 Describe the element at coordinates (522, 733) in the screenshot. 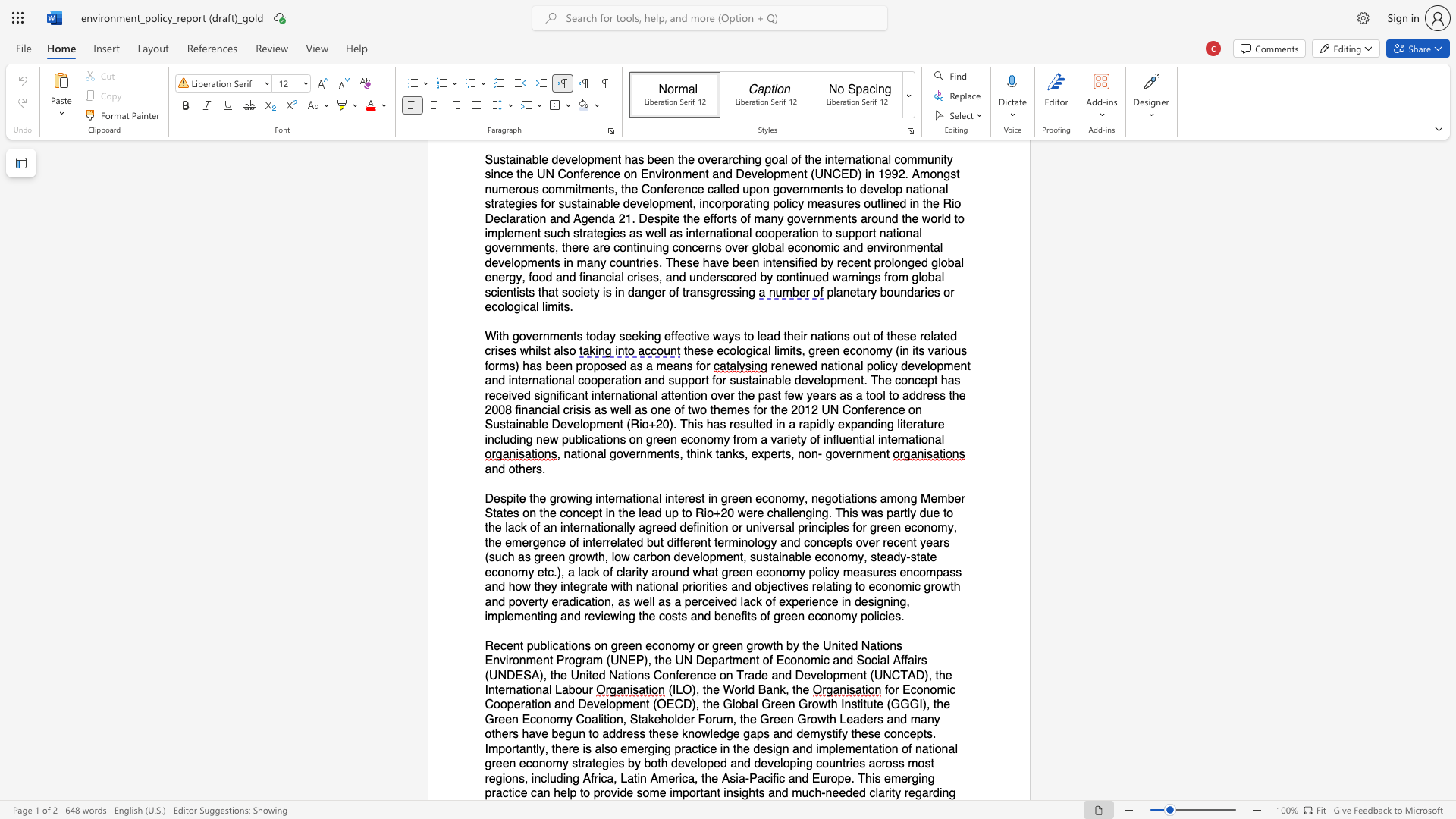

I see `the subset text "have begun to address these knowledge gaps and demystify these concepts. Importantly, there is also emerging practice in the design and implementation of national green economy strategies by both developed and developin" within the text "for Economic Cooperation and Development (OECD), the Global Green Growth Institute (GGGI), the Green Economy Coalition, Stakeholder Forum, the Green Growth Leaders and many others have begun to address these knowledge gaps and demystify these concepts. Importantly, there is also emerging practice in the design and implementation of national green economy strategies by both developed and developing countries across most regions, including Africa, Latin America, the Asia‐Pacific and Europe. This emerging practice can help to provide some important insights and much‐needed clarity"` at that location.